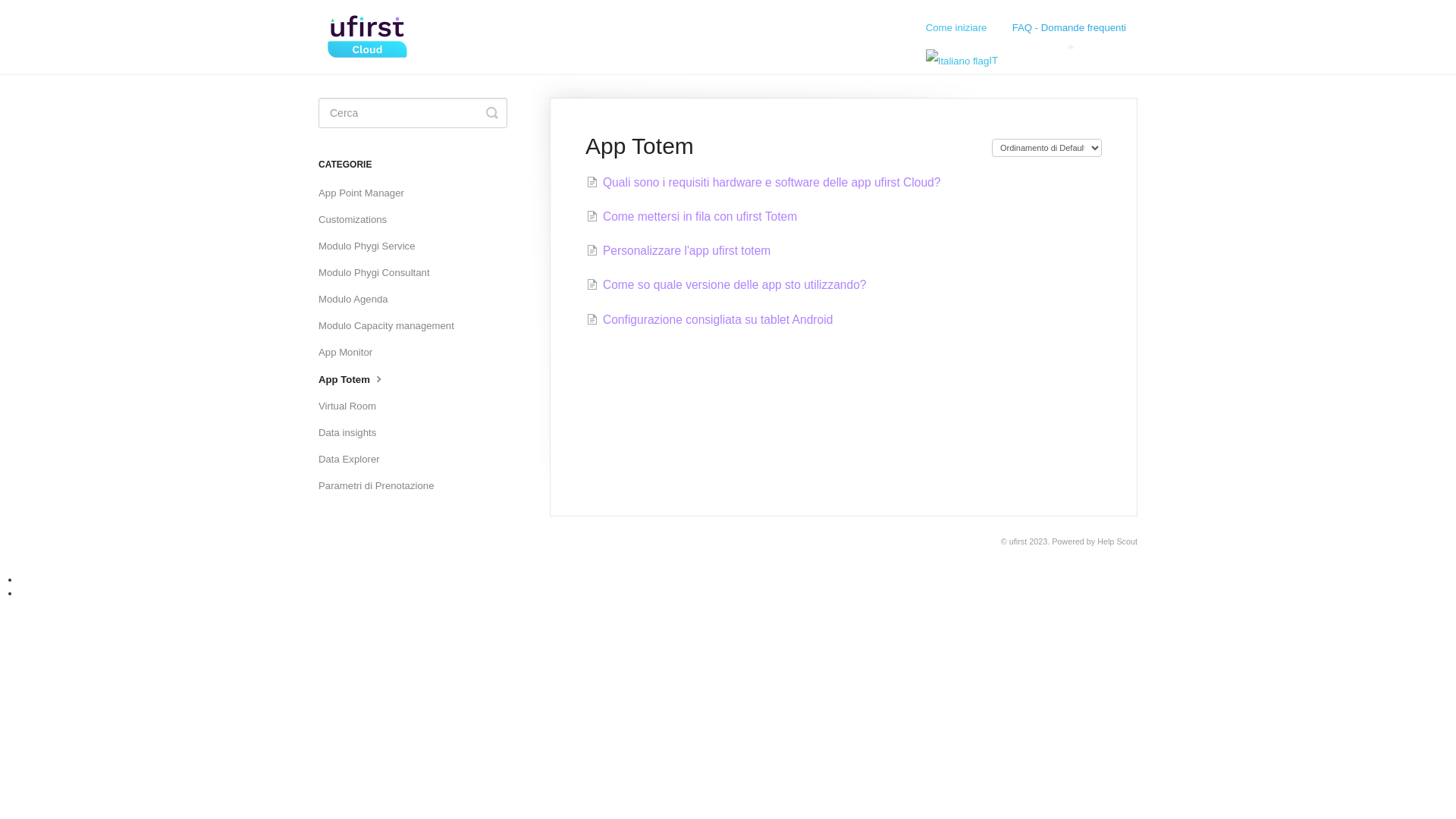 This screenshot has height=819, width=1456. What do you see at coordinates (353, 458) in the screenshot?
I see `'Data Explorer'` at bounding box center [353, 458].